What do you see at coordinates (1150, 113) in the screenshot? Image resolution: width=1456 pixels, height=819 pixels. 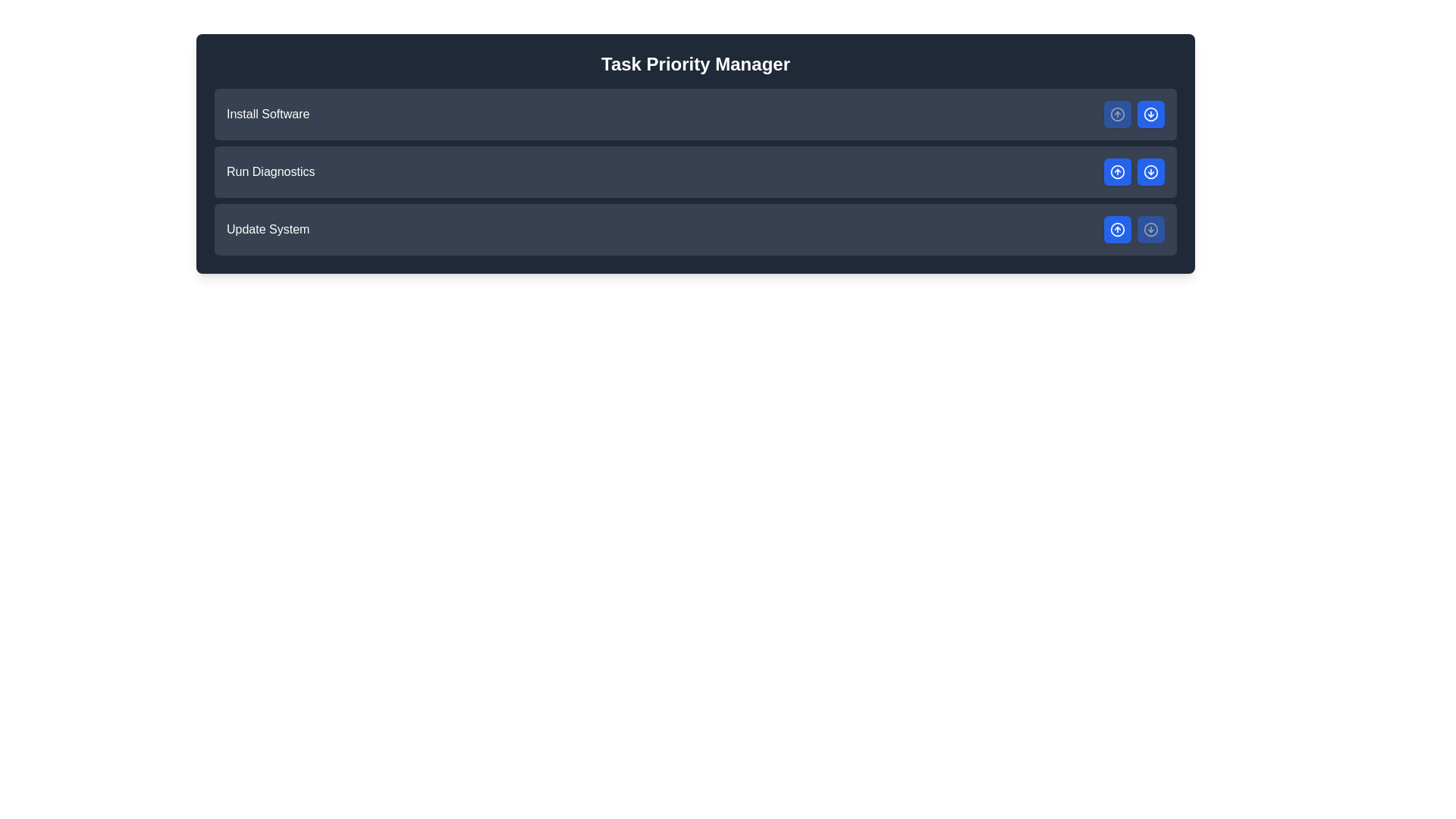 I see `the blue button with a white circular arrow pointing downwards, located to the right of the 'Run Diagnostics' item in the vertical list of tasks` at bounding box center [1150, 113].